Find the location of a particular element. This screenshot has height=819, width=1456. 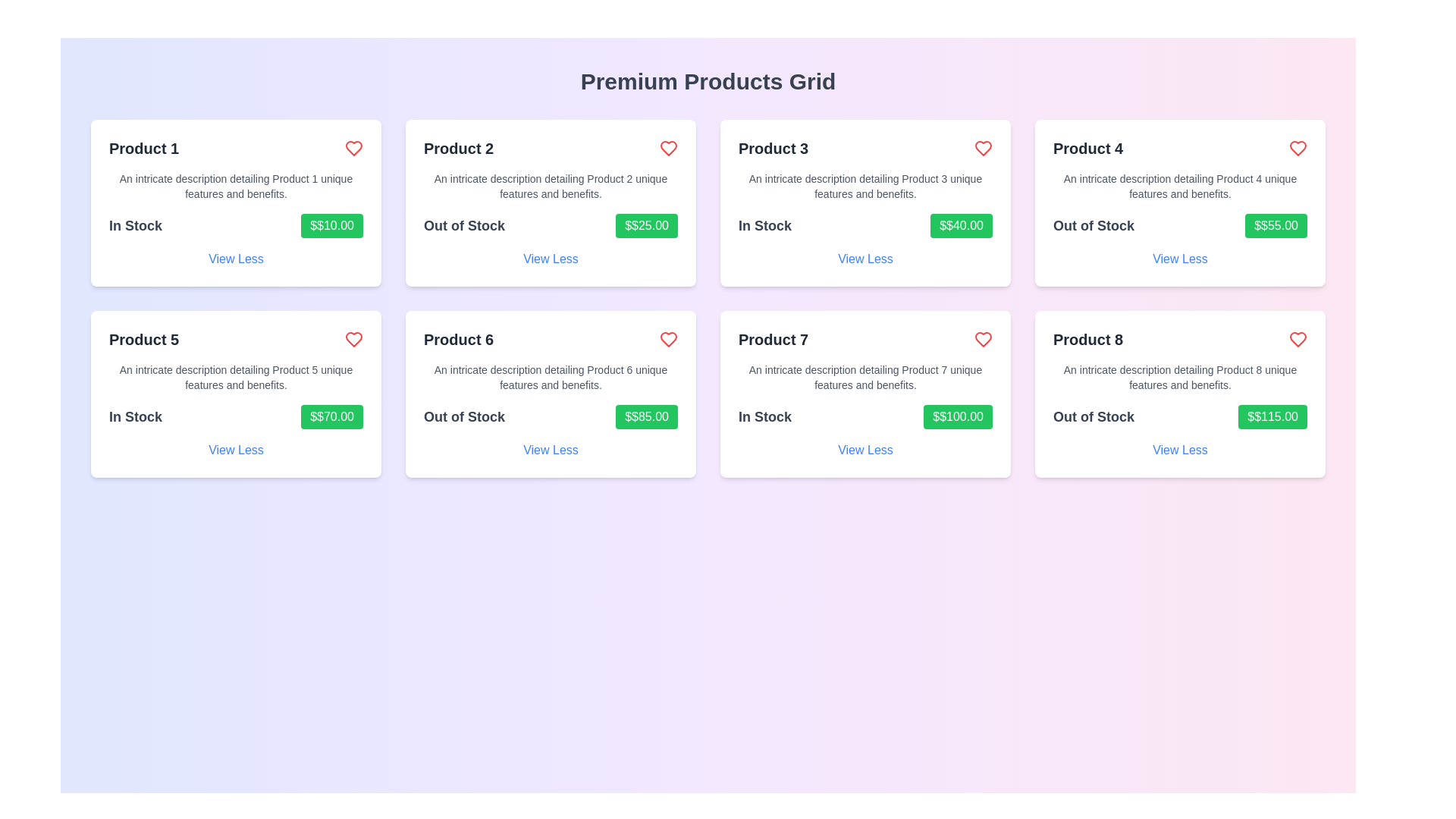

text content element that contains the description of 'Product 4', which is styled with a small font size and gray color, located below its title in the card layout is located at coordinates (1179, 186).